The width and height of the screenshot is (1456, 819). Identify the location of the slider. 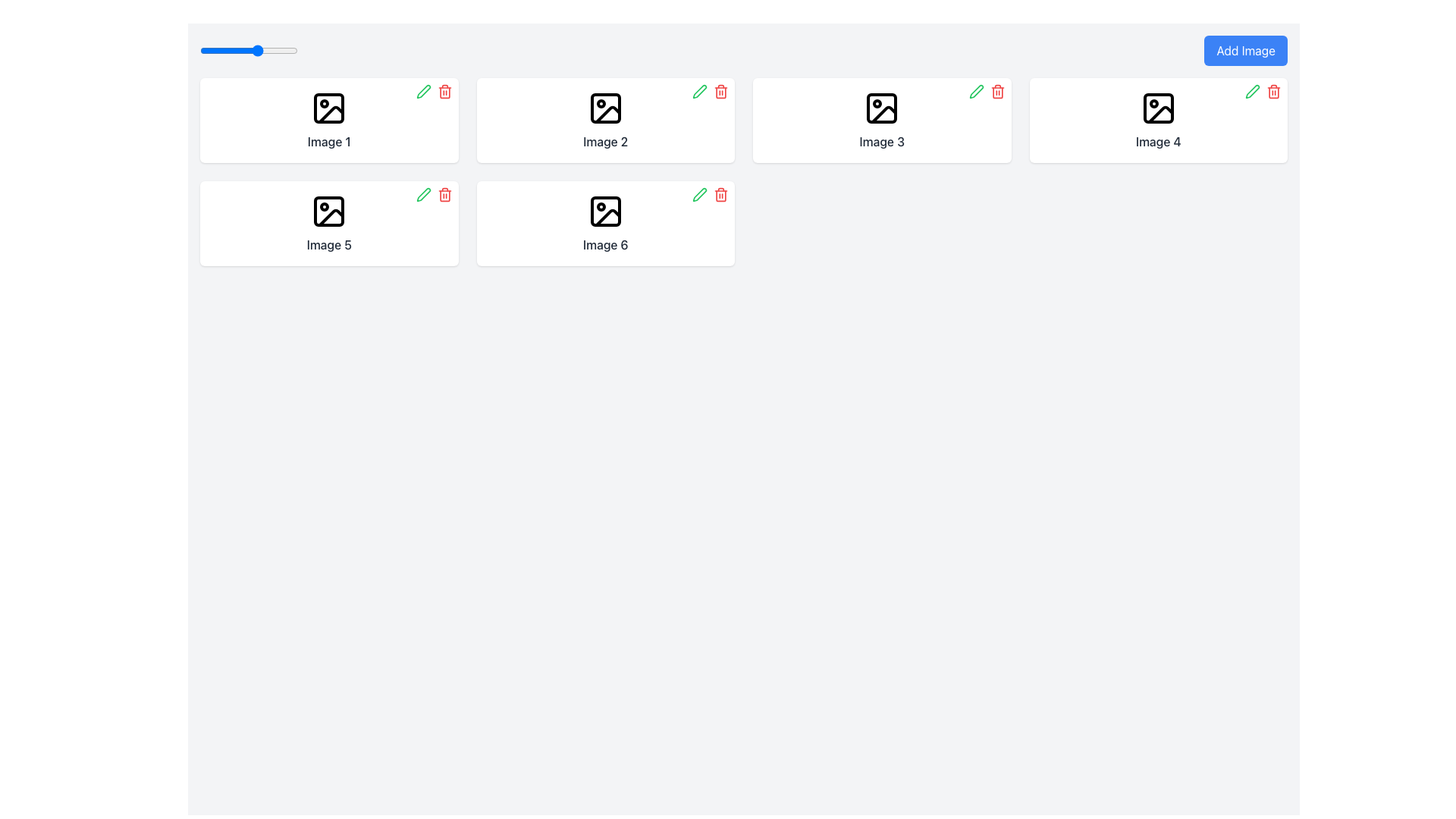
(218, 49).